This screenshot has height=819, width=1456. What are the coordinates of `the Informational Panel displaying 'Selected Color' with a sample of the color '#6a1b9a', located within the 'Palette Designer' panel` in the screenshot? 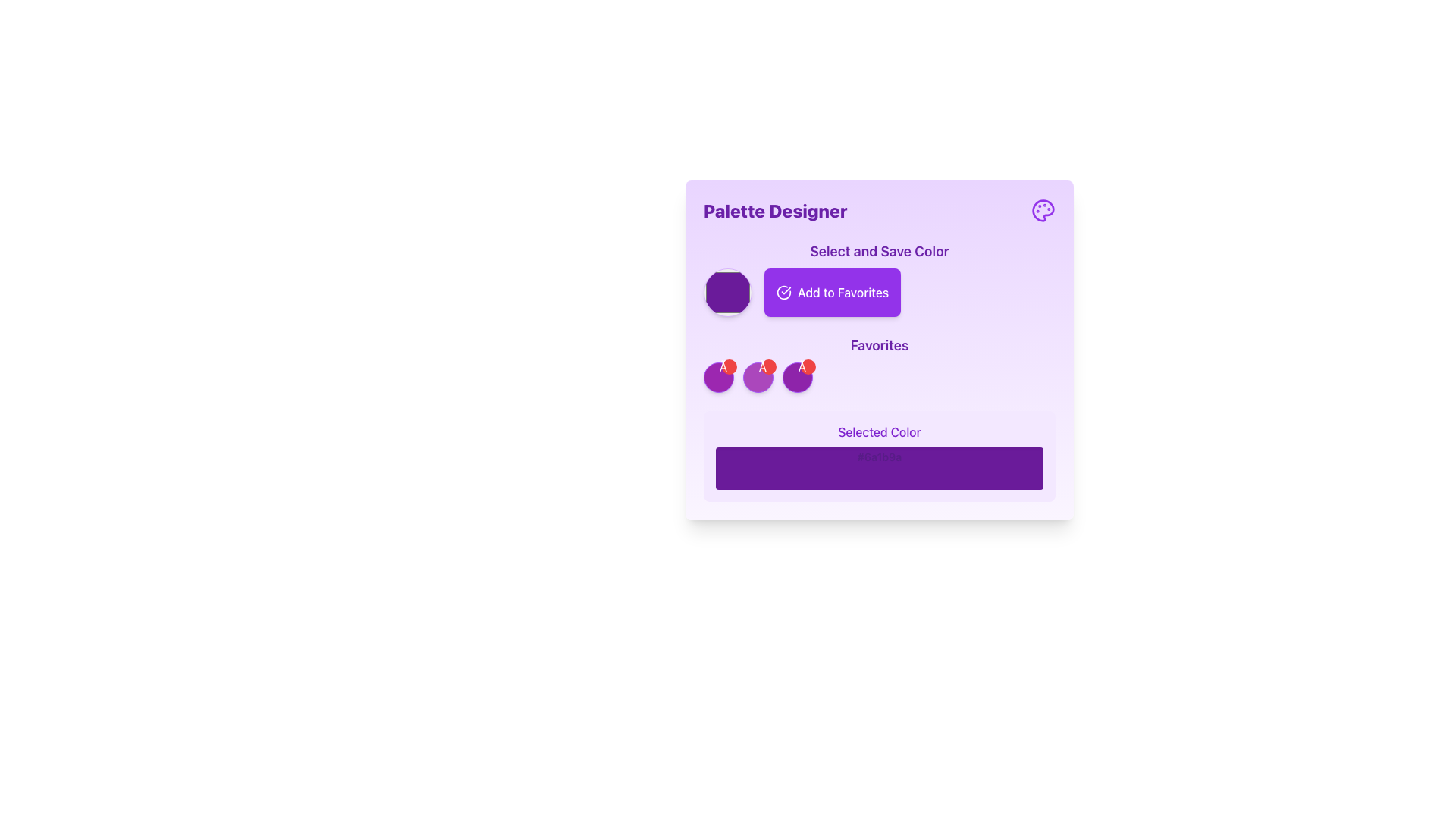 It's located at (880, 455).